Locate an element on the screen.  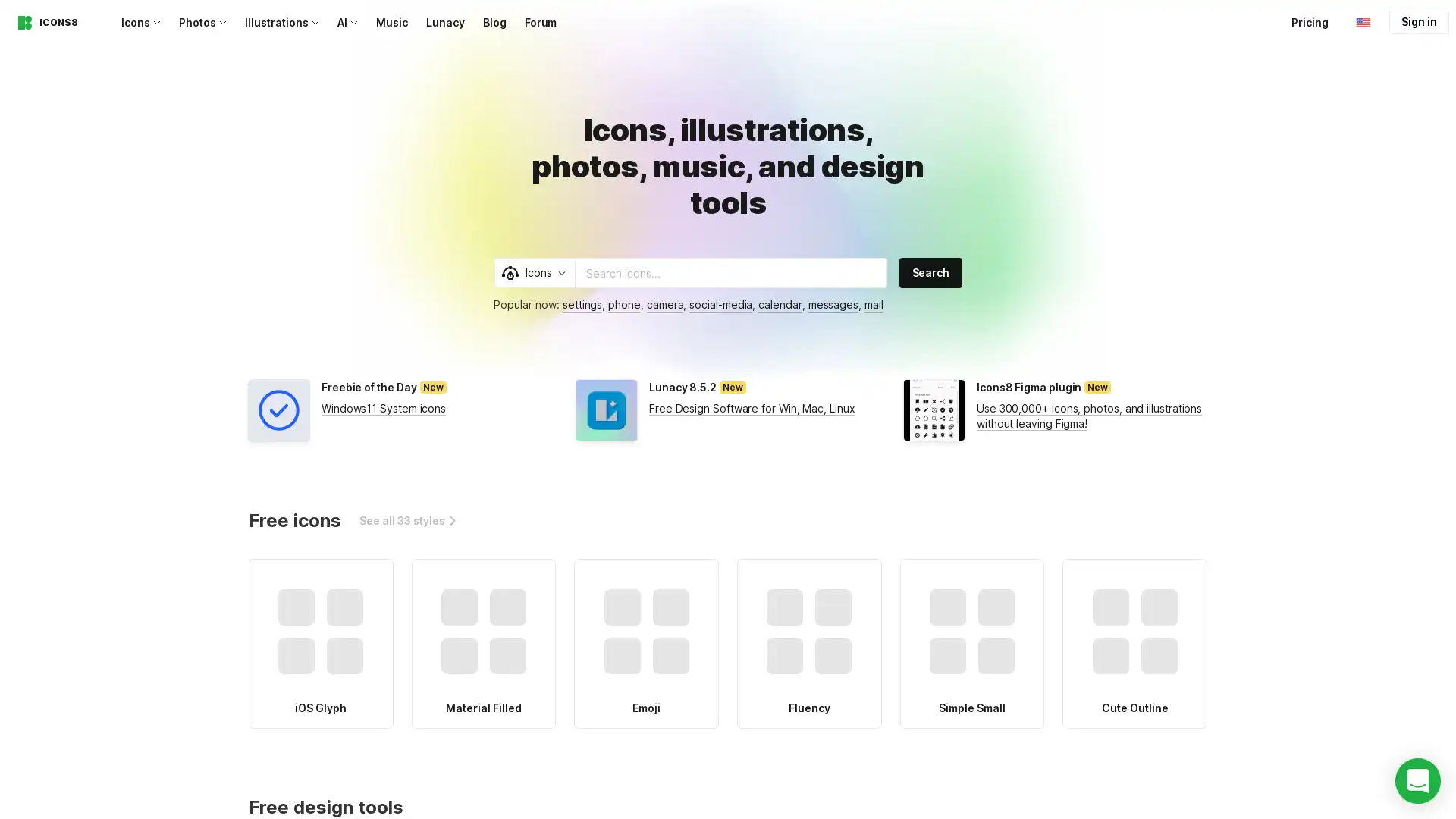
Search is located at coordinates (930, 271).